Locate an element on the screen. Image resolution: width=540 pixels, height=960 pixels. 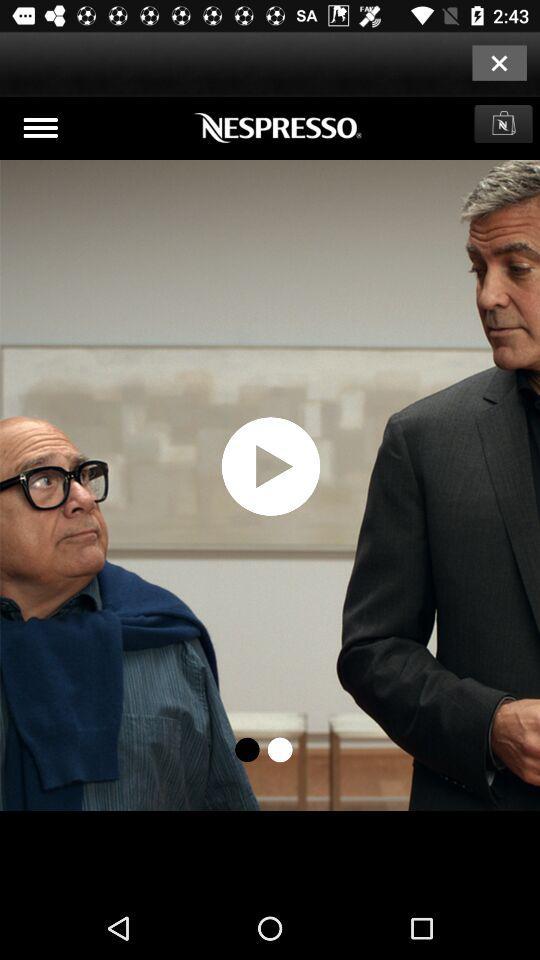
closing option is located at coordinates (498, 62).